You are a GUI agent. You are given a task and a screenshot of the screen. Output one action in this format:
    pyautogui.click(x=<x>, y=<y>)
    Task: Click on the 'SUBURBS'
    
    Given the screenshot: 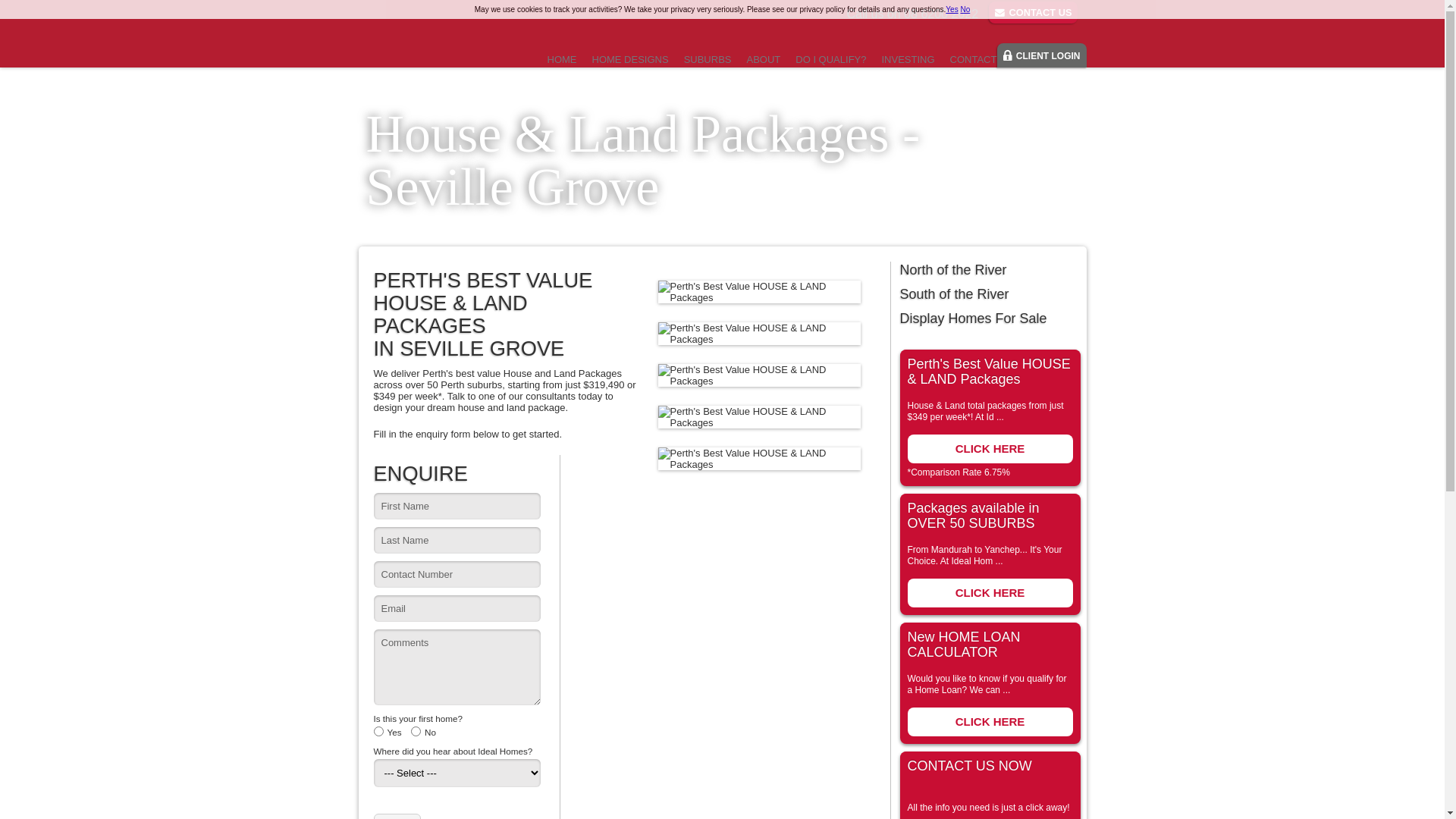 What is the action you would take?
    pyautogui.click(x=707, y=58)
    